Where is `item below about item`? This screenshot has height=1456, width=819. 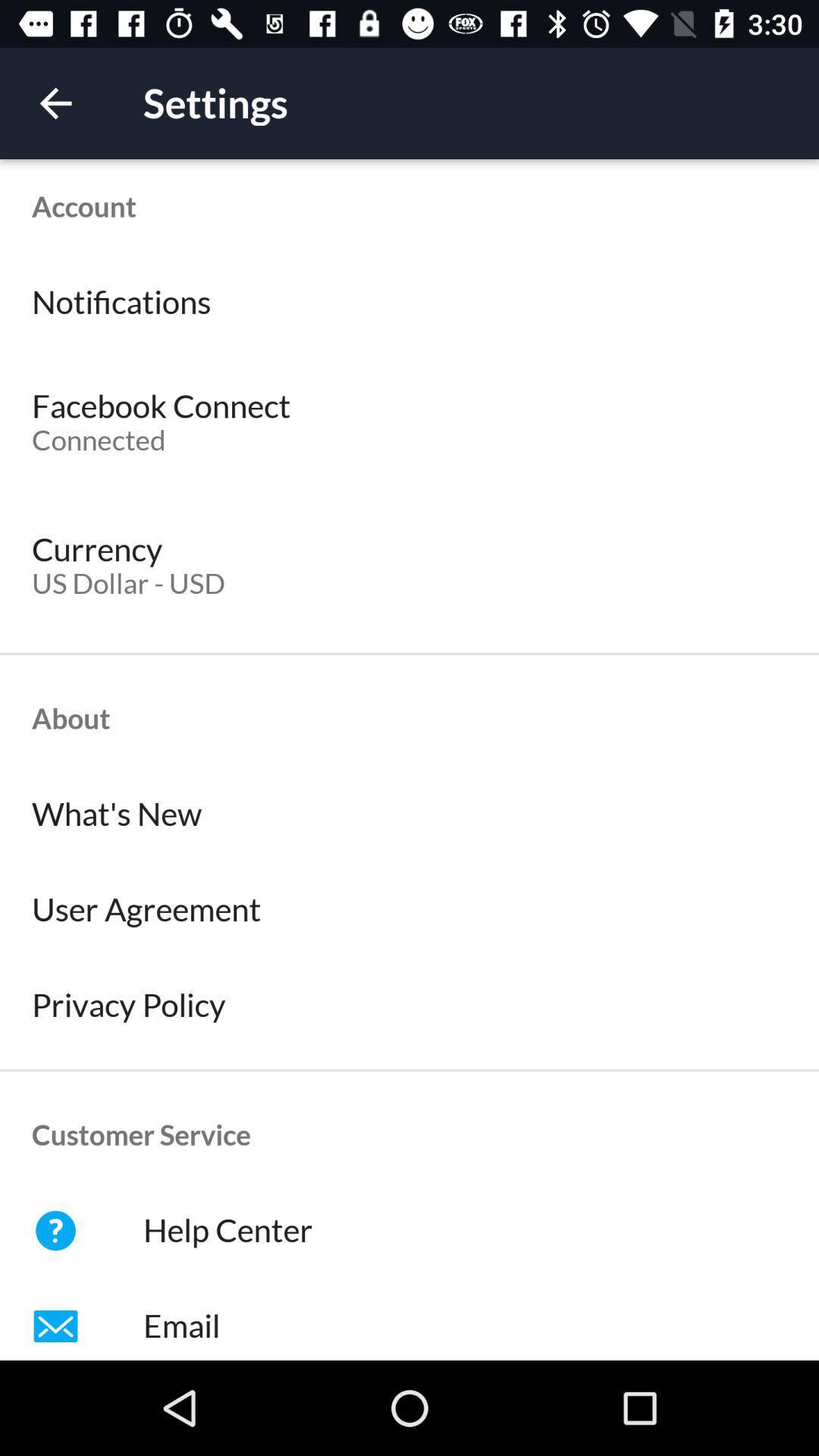
item below about item is located at coordinates (409, 814).